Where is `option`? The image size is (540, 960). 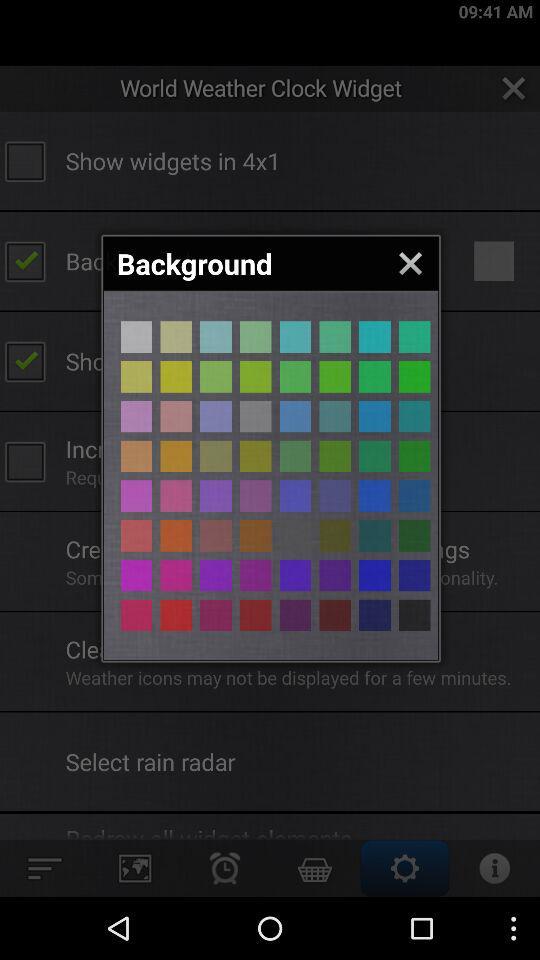 option is located at coordinates (176, 415).